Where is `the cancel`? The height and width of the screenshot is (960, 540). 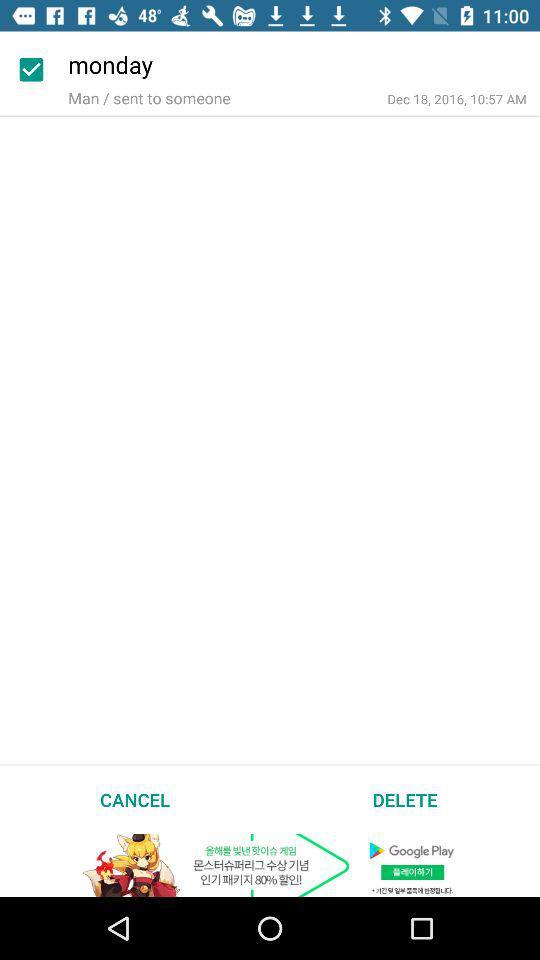
the cancel is located at coordinates (135, 799).